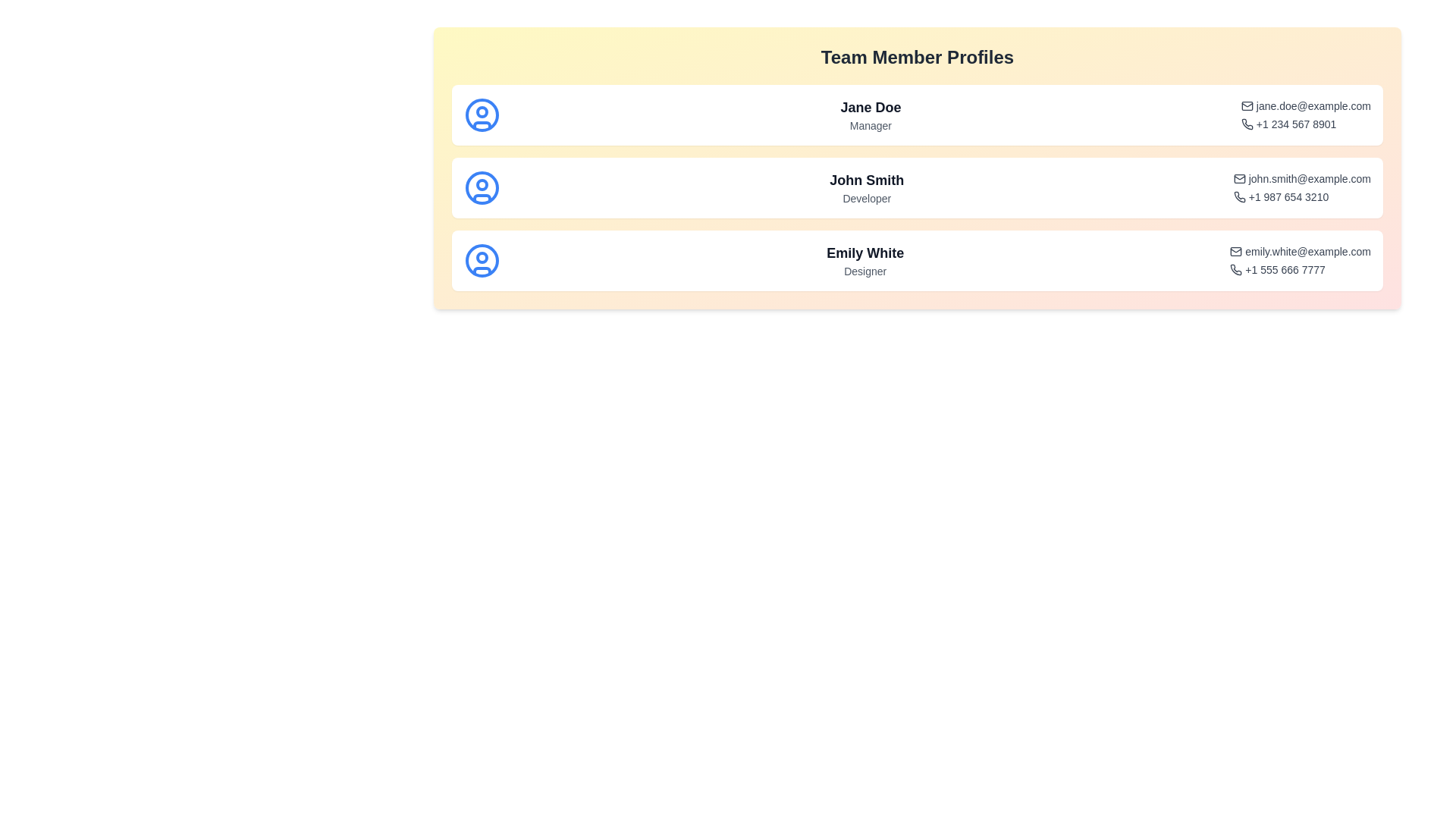 This screenshot has width=1456, height=819. I want to click on the profile entry corresponding to John Smith, so click(916, 187).